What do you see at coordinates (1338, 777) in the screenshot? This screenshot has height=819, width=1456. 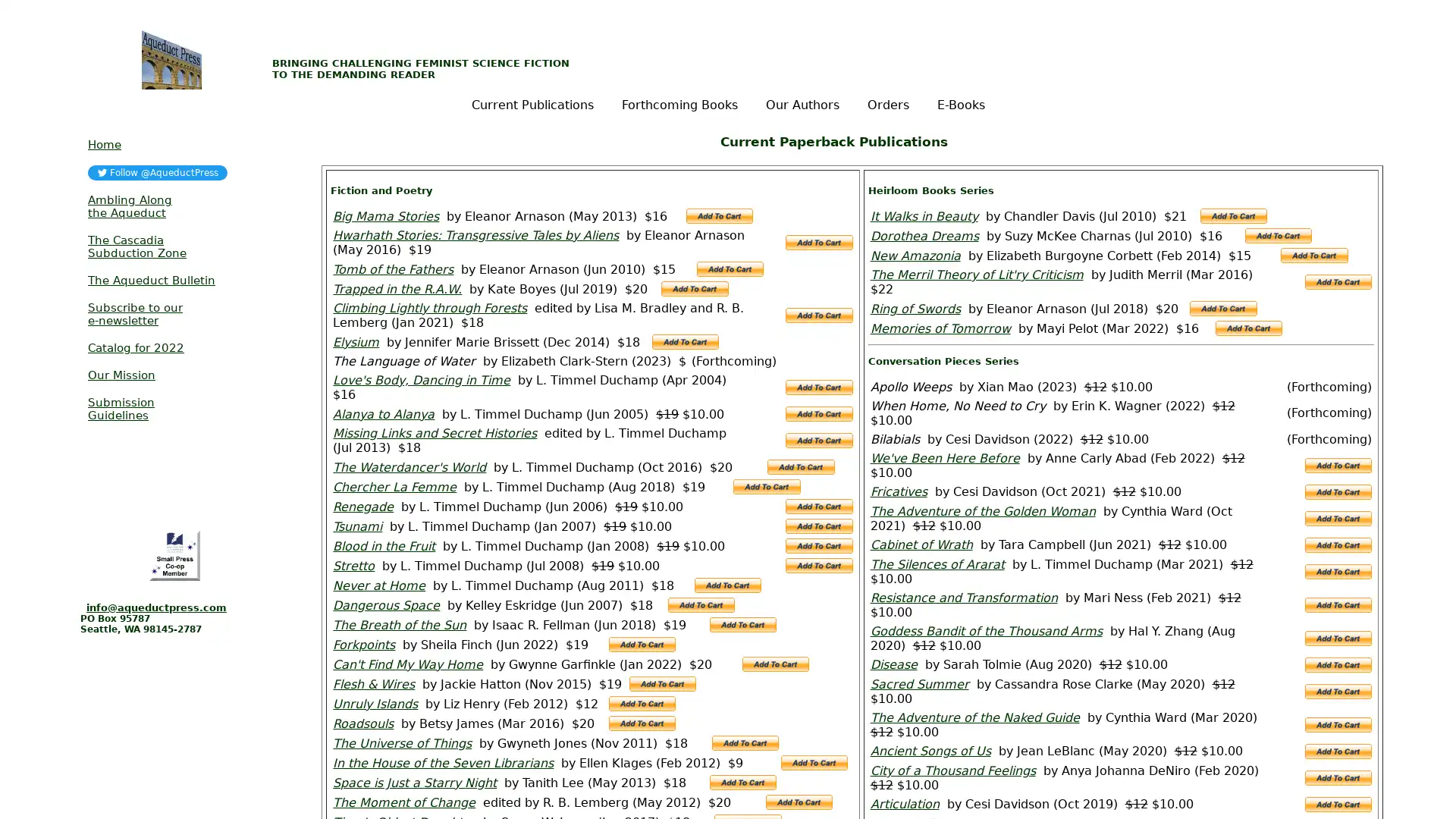 I see `Make payments with PayPal - it\'s fast, free and secure!` at bounding box center [1338, 777].